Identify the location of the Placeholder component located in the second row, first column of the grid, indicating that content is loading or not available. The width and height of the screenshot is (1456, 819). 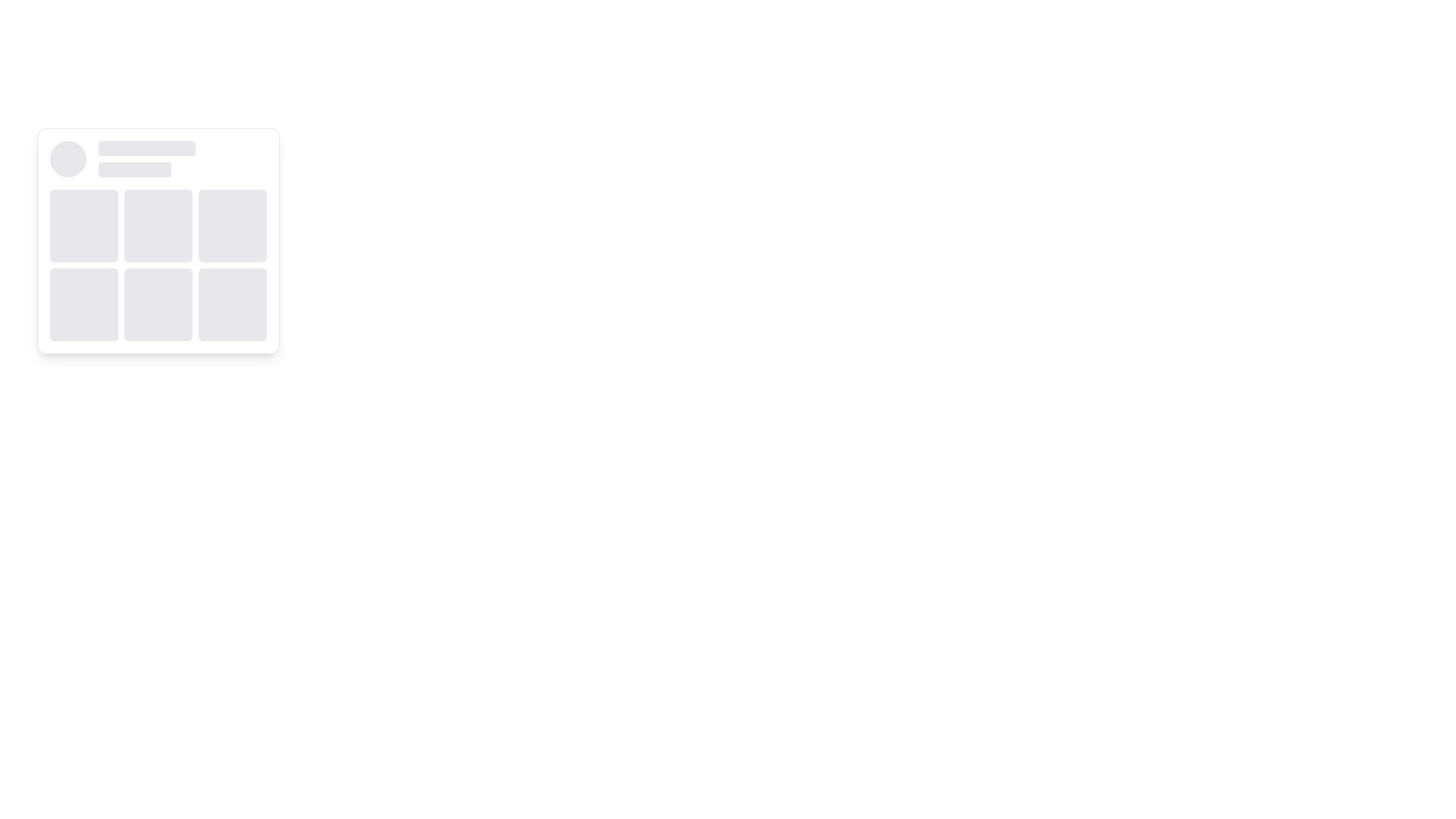
(83, 304).